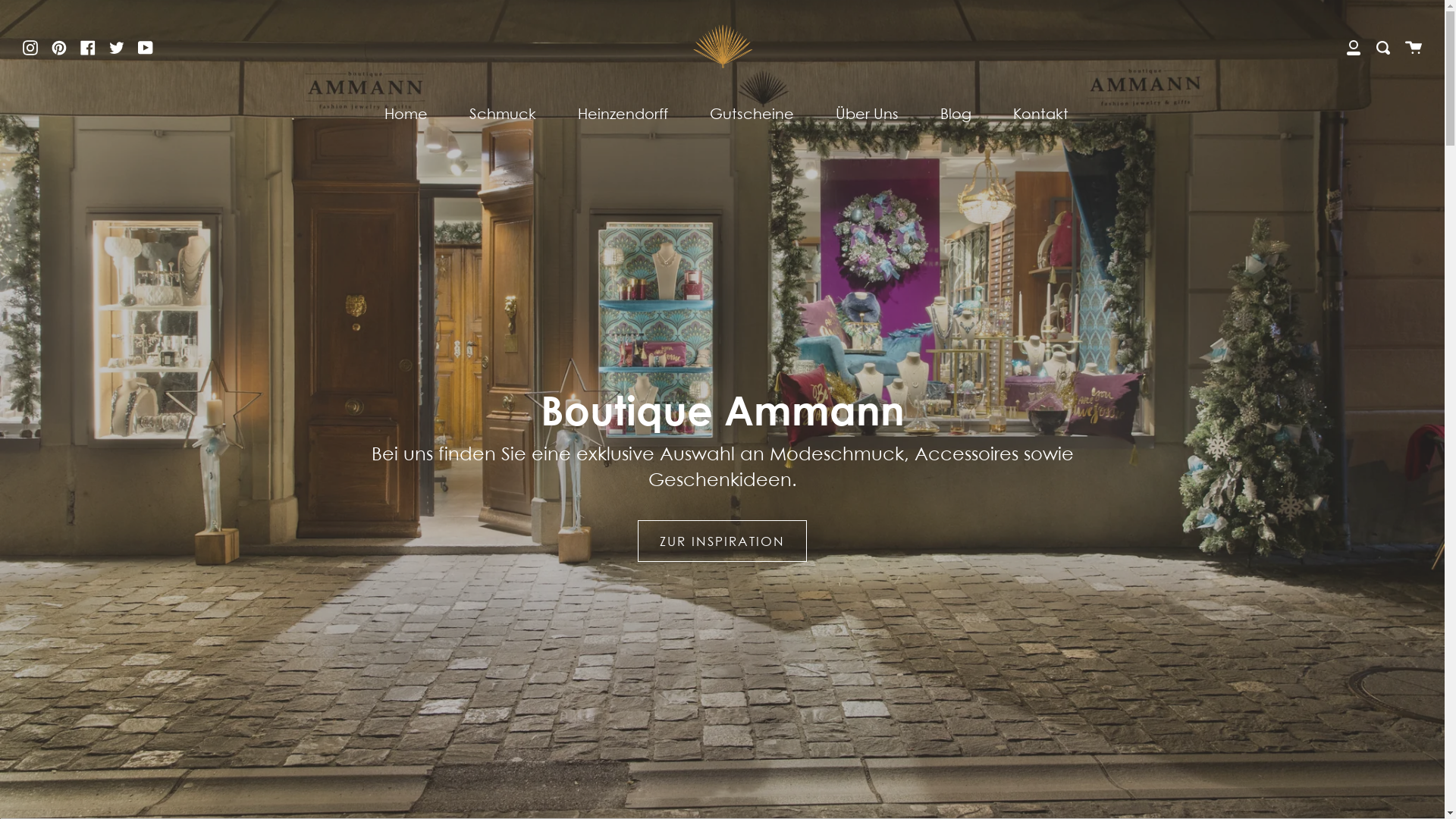 Image resolution: width=1456 pixels, height=819 pixels. What do you see at coordinates (622, 113) in the screenshot?
I see `'Heinzendorff'` at bounding box center [622, 113].